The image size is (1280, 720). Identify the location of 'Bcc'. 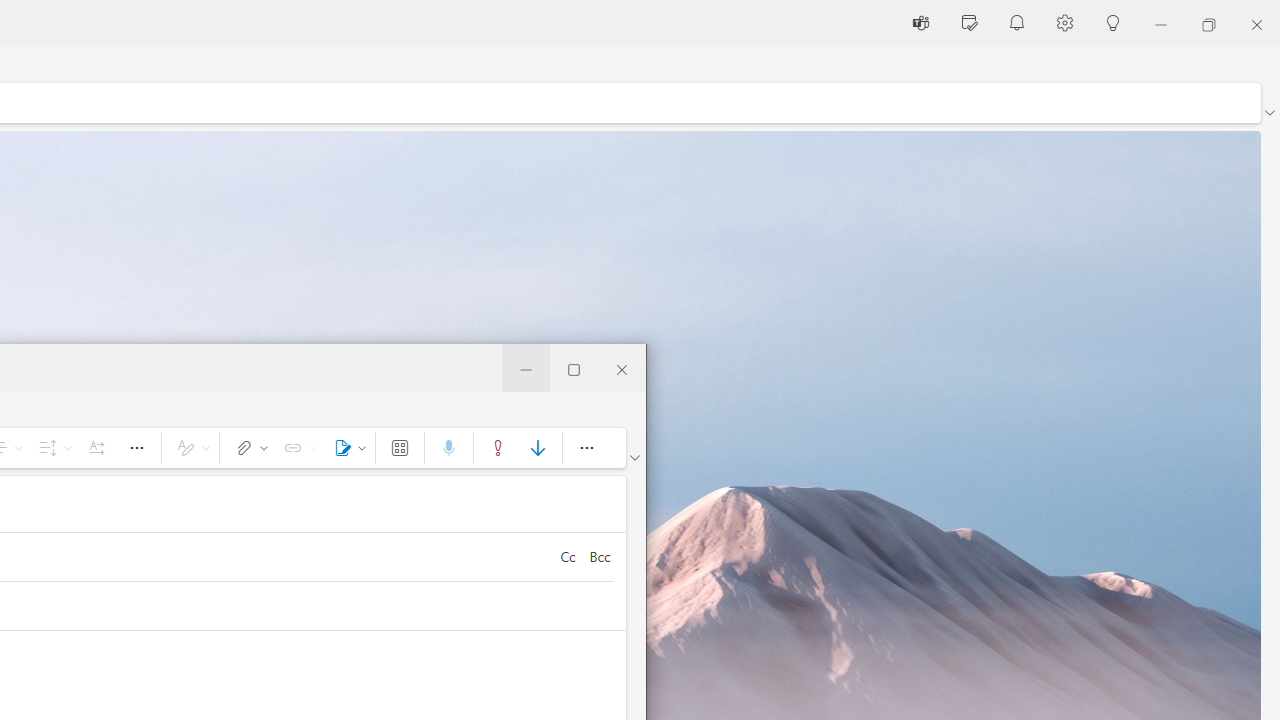
(598, 556).